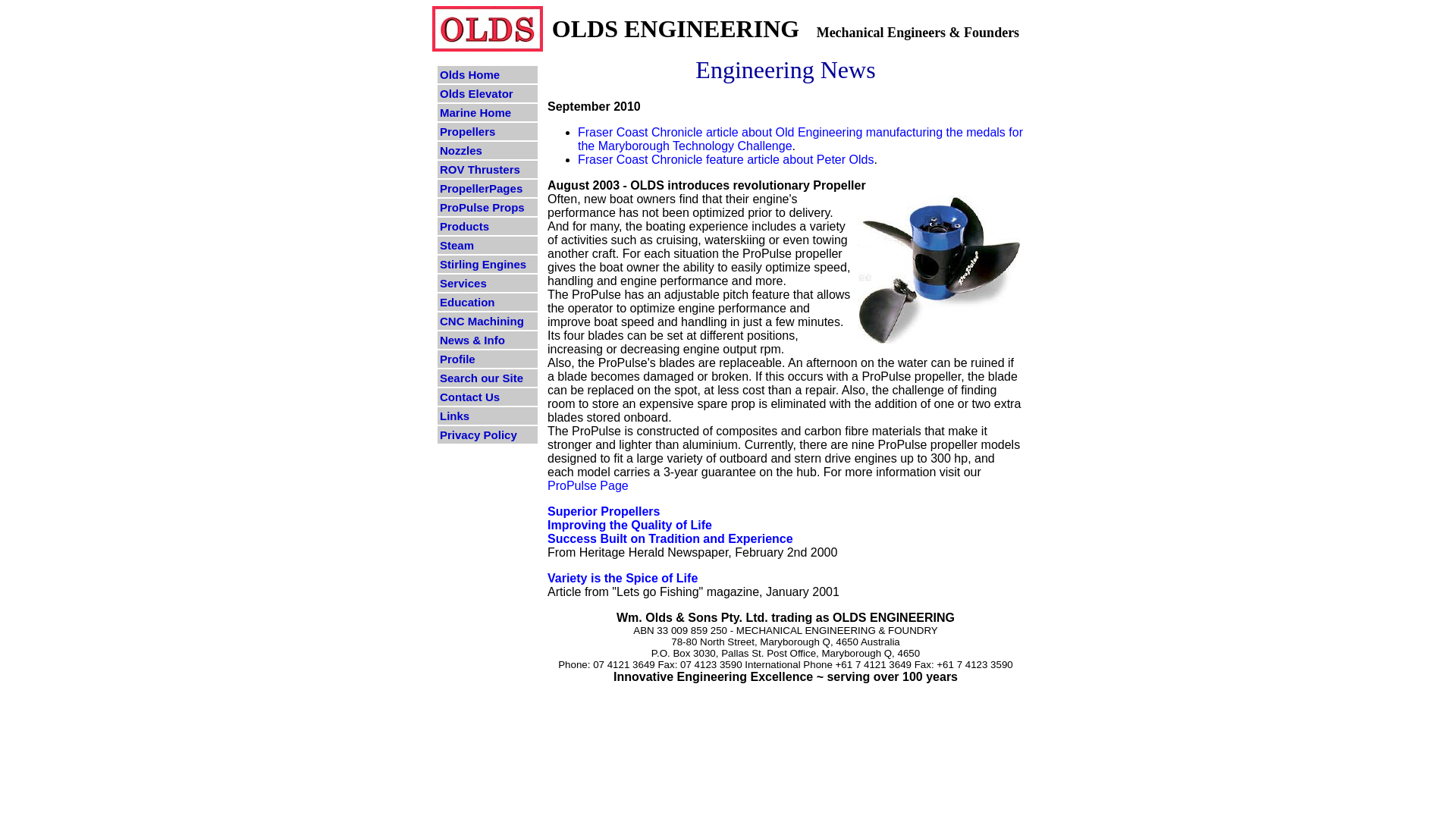  What do you see at coordinates (488, 93) in the screenshot?
I see `'Olds Elevator'` at bounding box center [488, 93].